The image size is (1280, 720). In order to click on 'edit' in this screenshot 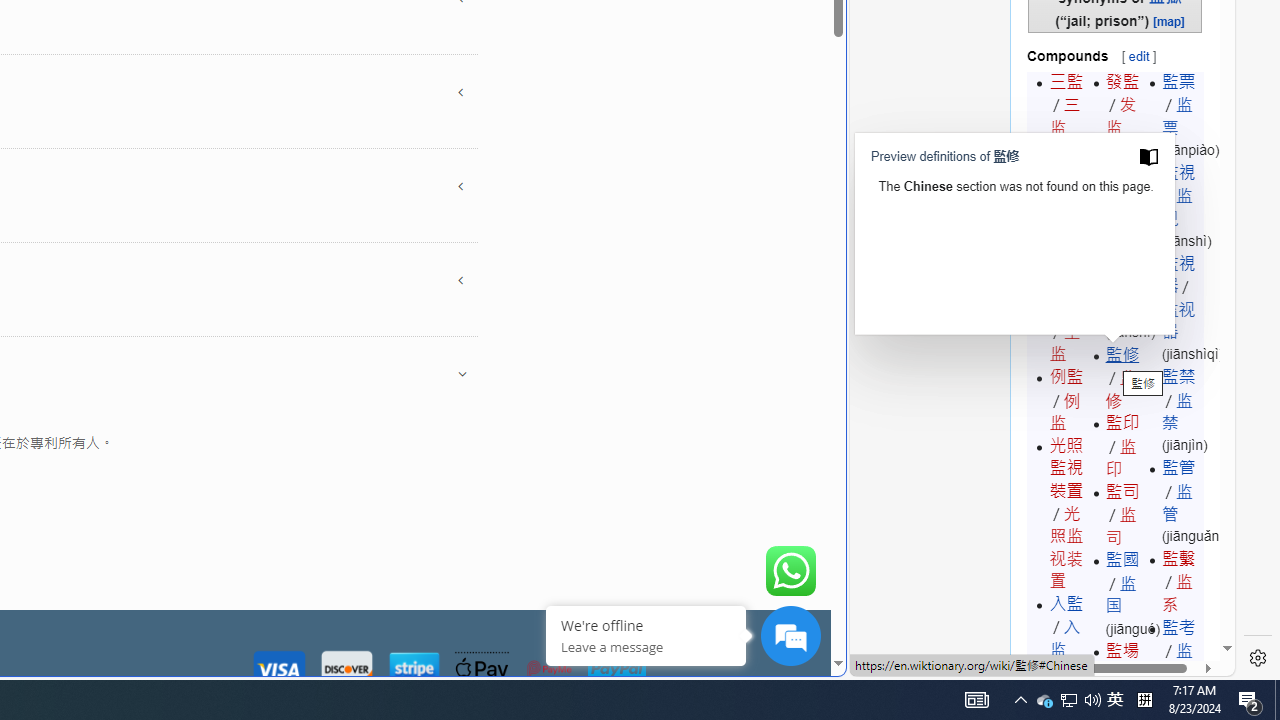, I will do `click(1138, 55)`.